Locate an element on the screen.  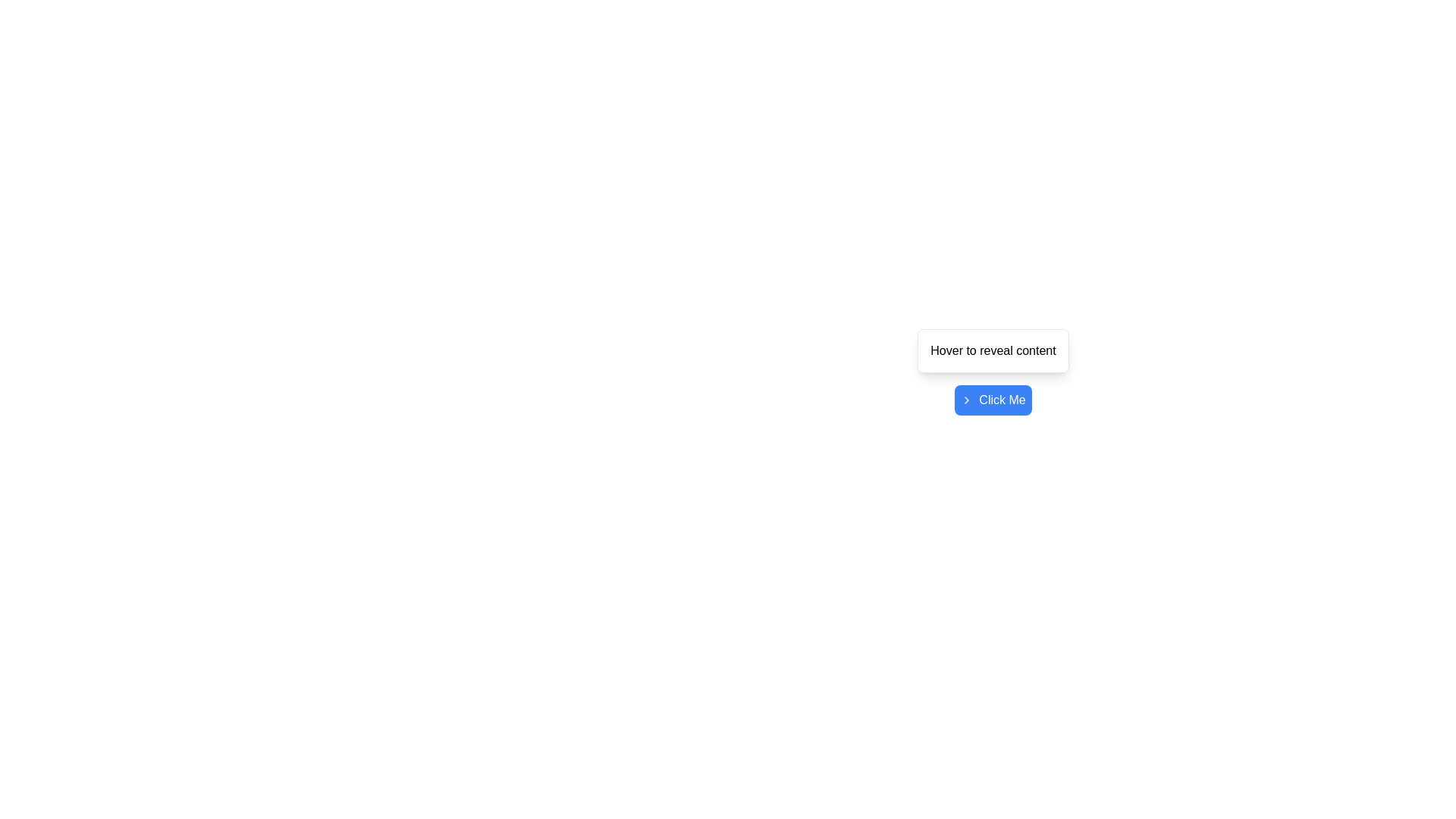
the right-pointing chevron icon inside the 'Click Me' button, which is styled with a blue background and rounded corners is located at coordinates (966, 400).